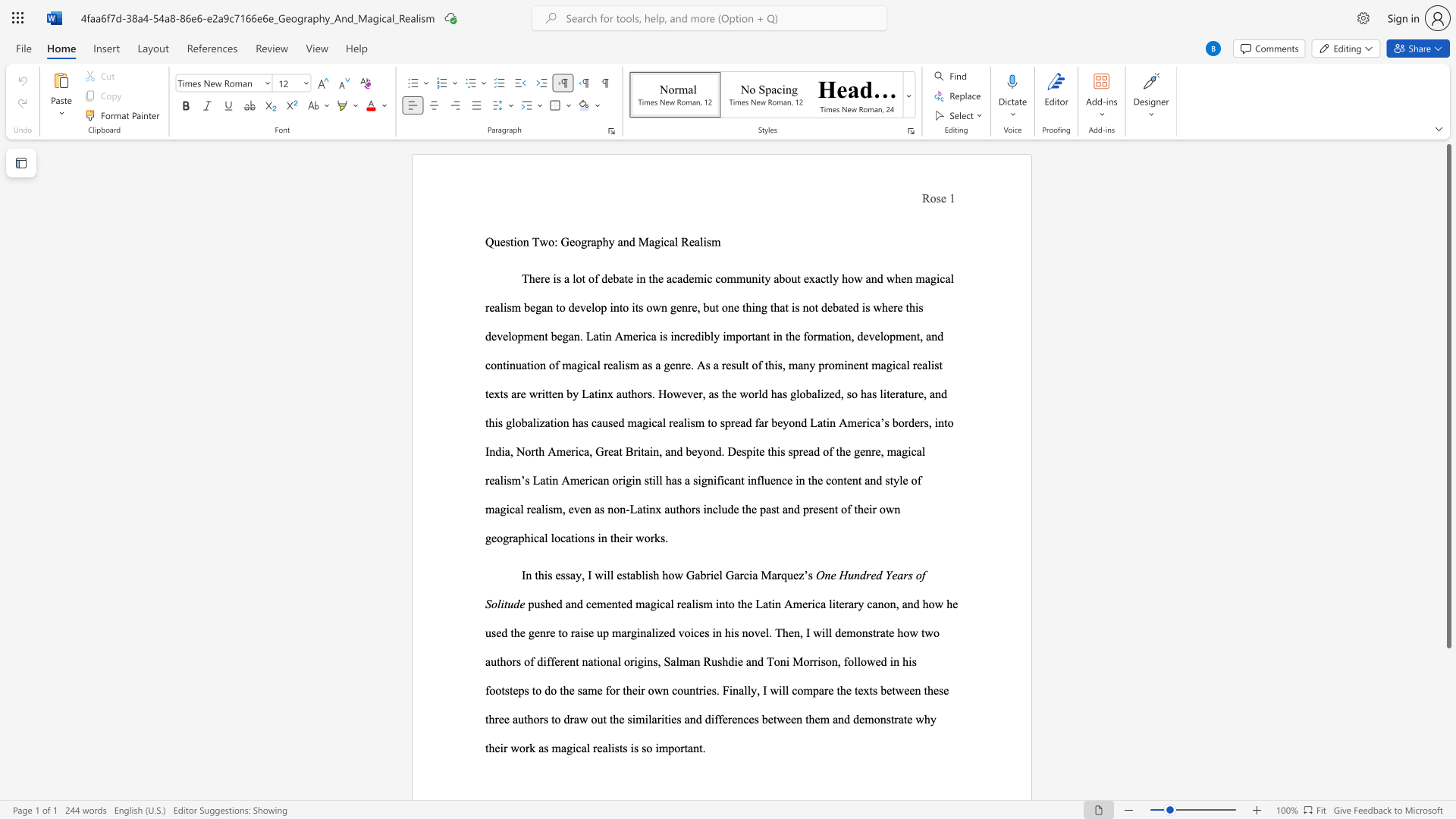  What do you see at coordinates (708, 241) in the screenshot?
I see `the 2th character "s" in the text` at bounding box center [708, 241].